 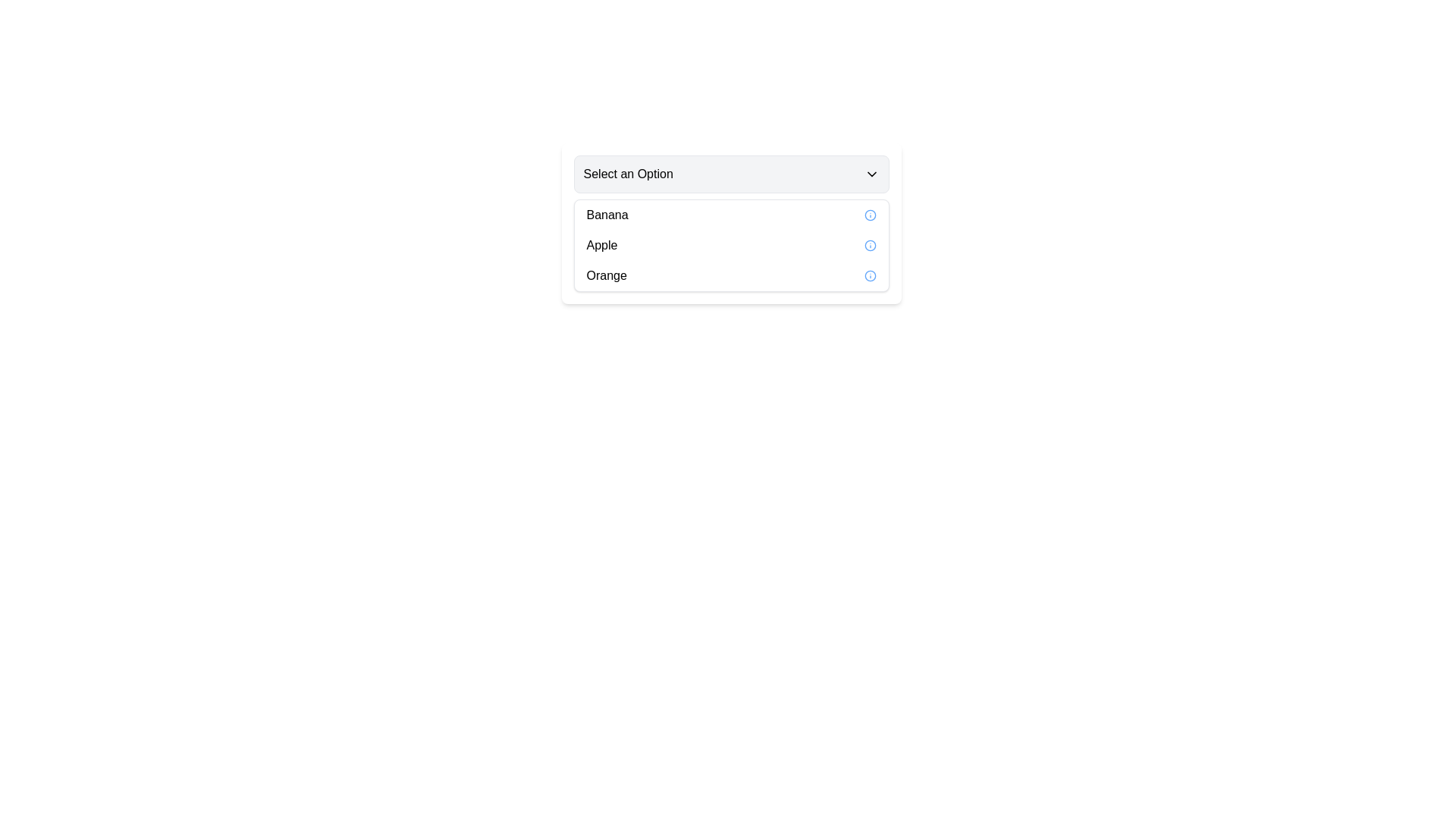 I want to click on the Circular SVG icon with a border located to the right of the 'Banana' text in the dropdown menu to potentially trigger more information, so click(x=870, y=215).